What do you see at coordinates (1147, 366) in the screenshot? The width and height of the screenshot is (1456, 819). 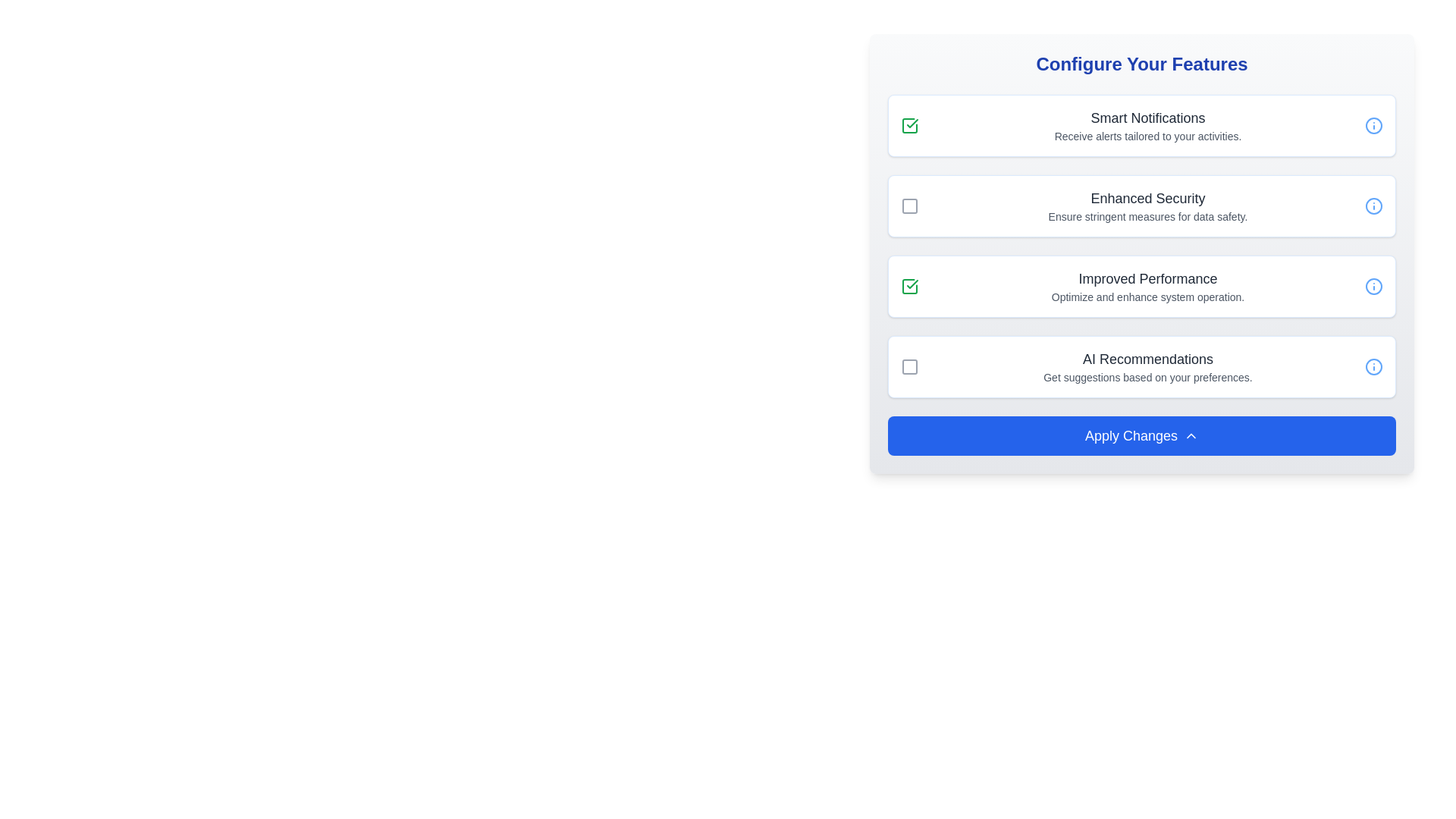 I see `the 'AI Recommendations' text display element, which features two lines of text: 'AI Recommendations' in bold dark gray and 'Get suggestions based on your preferences.' in lighter gray, positioned above the blue 'Apply Changes' button` at bounding box center [1147, 366].